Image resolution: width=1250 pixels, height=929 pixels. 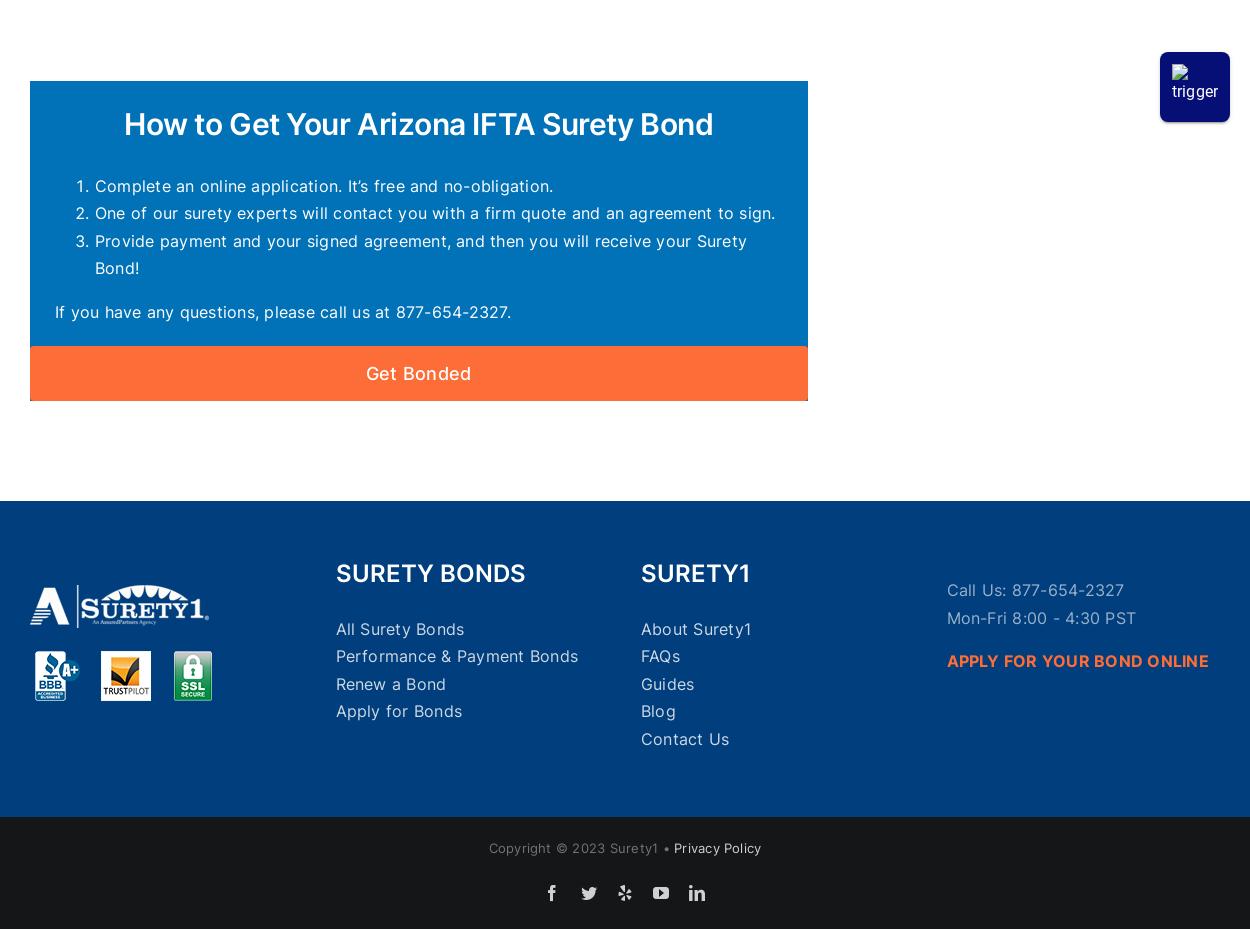 What do you see at coordinates (695, 627) in the screenshot?
I see `'About Surety1'` at bounding box center [695, 627].